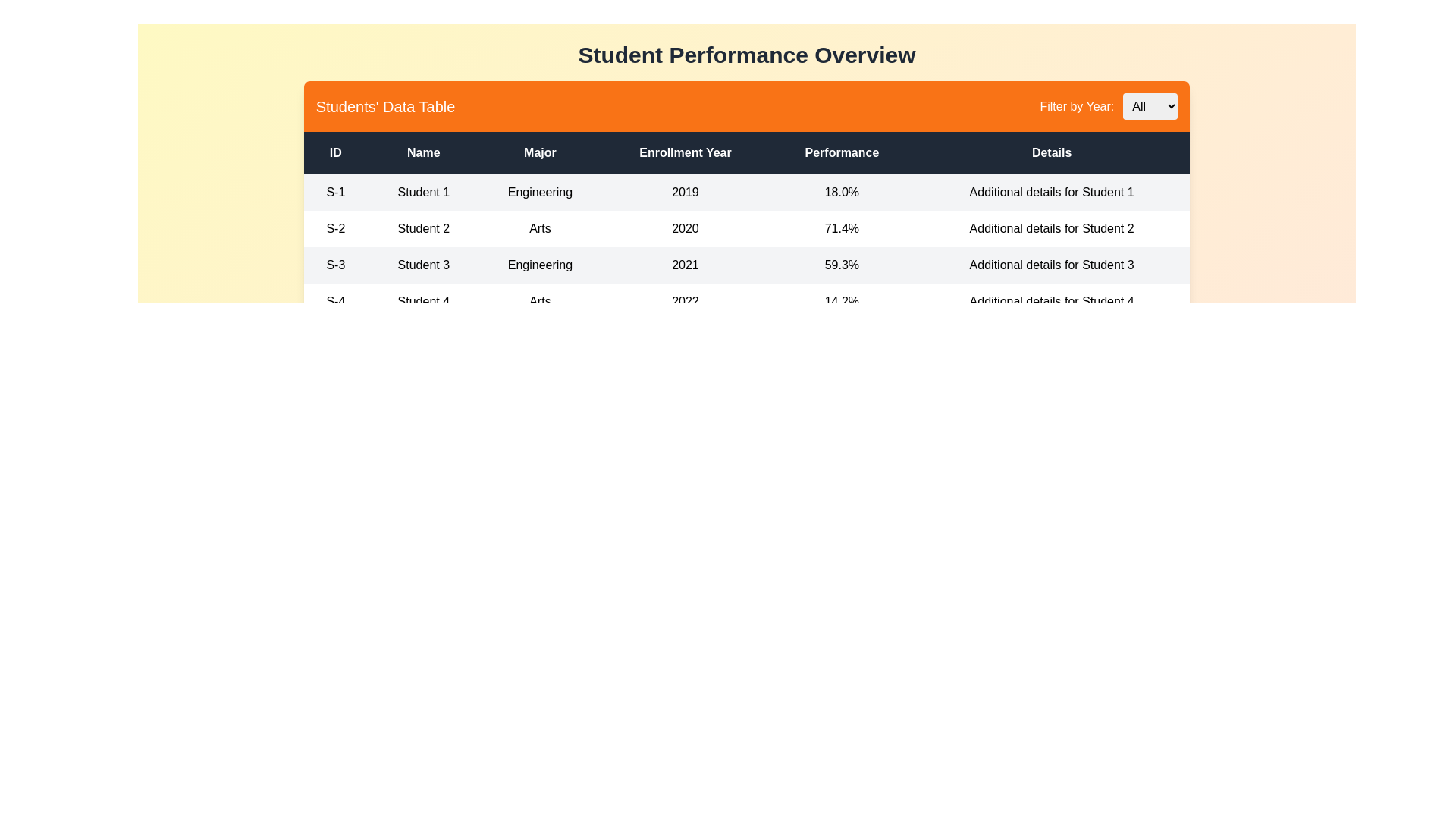  What do you see at coordinates (423, 152) in the screenshot?
I see `the column header Name to sort the table by that column` at bounding box center [423, 152].